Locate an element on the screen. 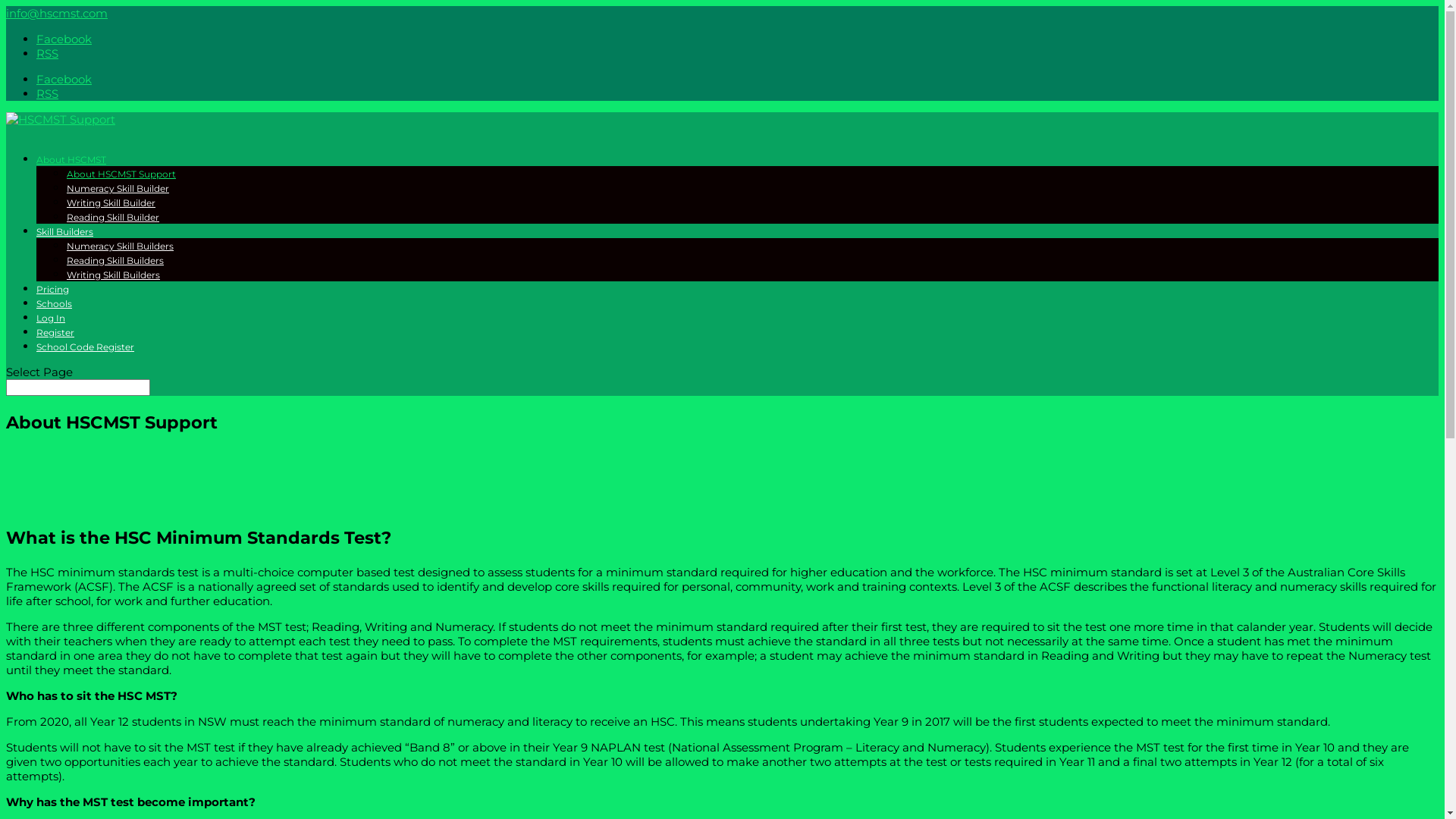 The width and height of the screenshot is (1456, 819). 'Search for:' is located at coordinates (77, 386).